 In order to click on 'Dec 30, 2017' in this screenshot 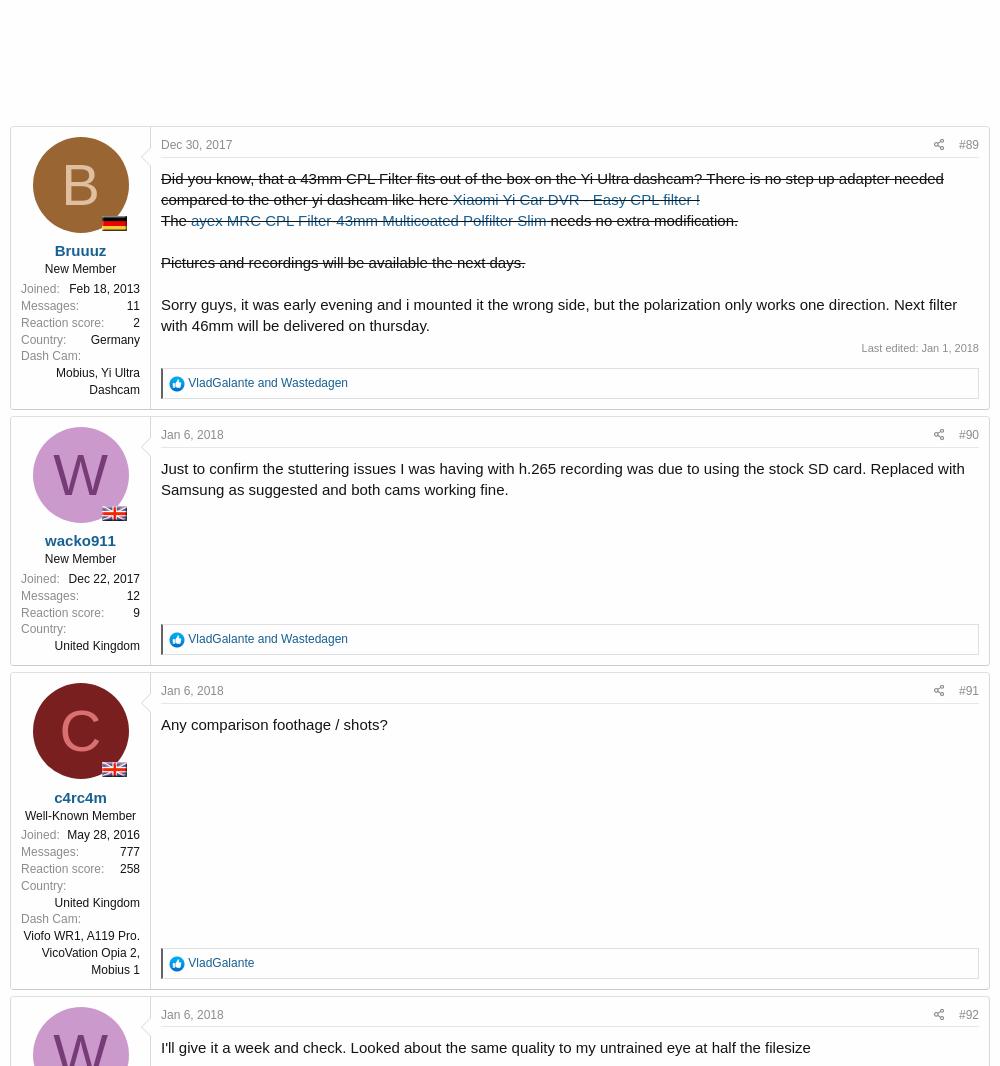, I will do `click(161, 143)`.